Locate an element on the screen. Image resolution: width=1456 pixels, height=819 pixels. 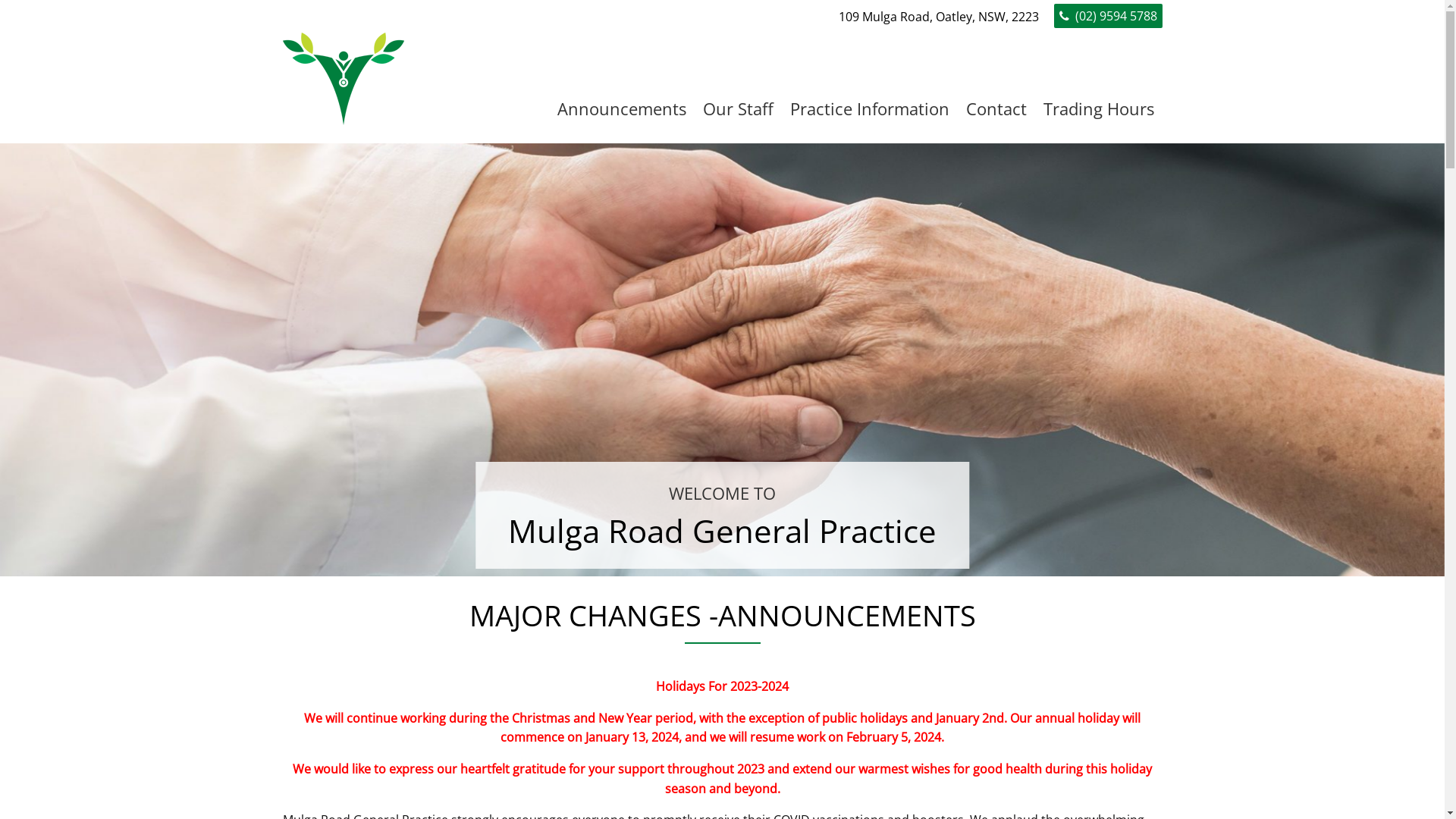
'(02) 9594 5788' is located at coordinates (1108, 15).